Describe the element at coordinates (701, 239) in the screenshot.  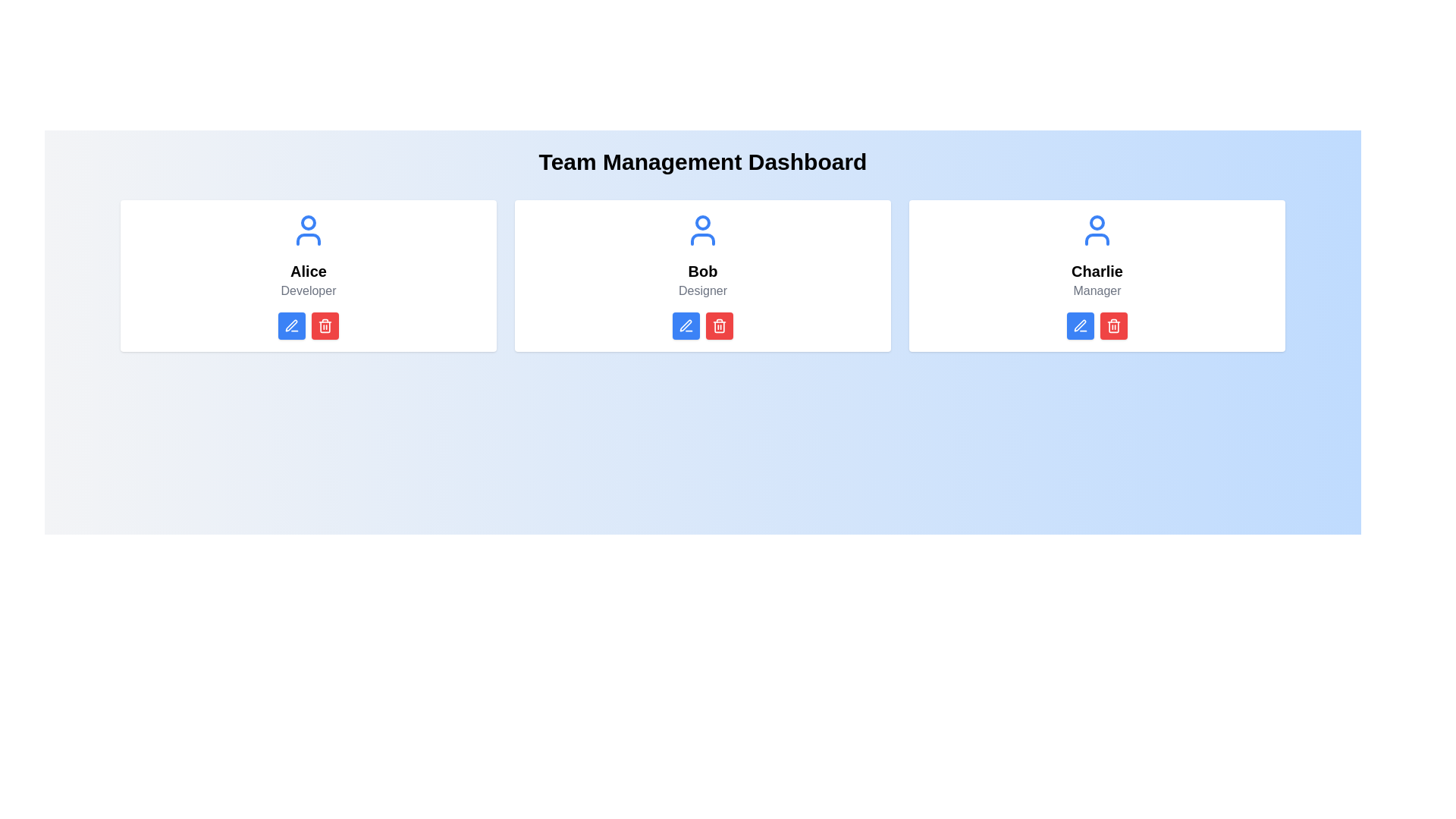
I see `the lower portion of the user icon SVG, which is located above the text 'Bob' in the second panel of the interface, contributing to the overall user profile representation` at that location.